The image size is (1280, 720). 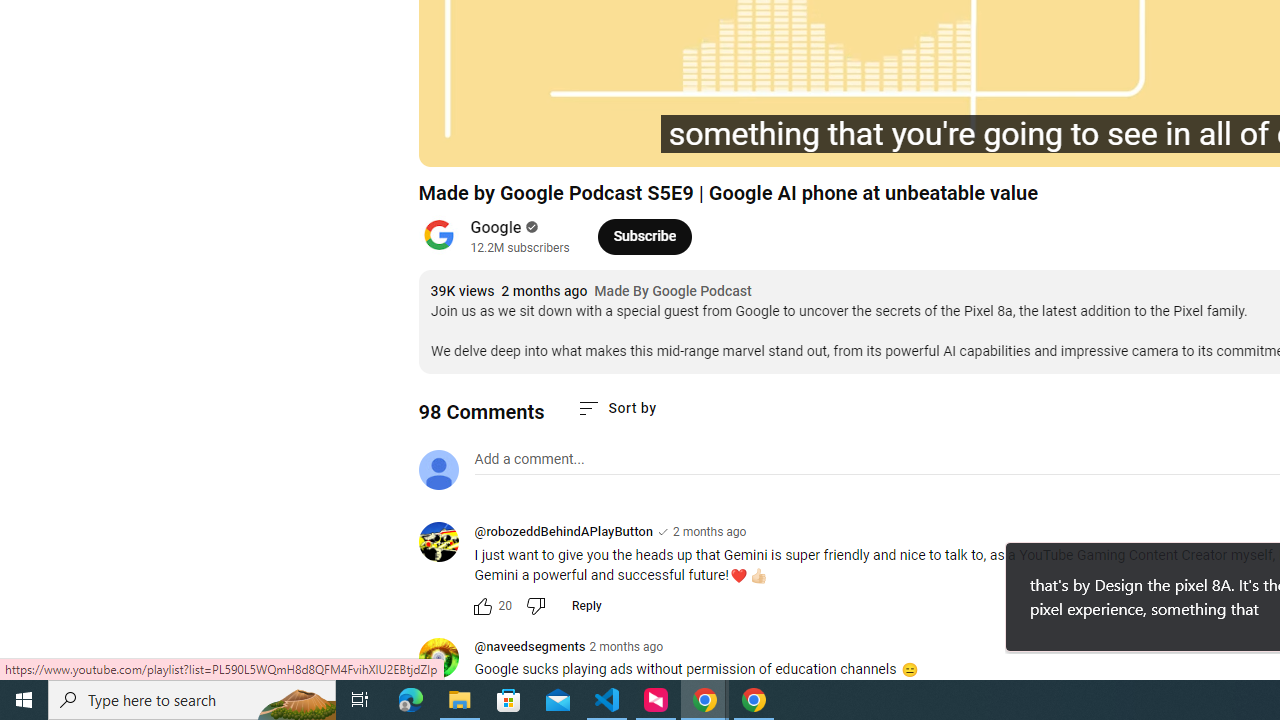 I want to click on 'Made By Google Podcast', so click(x=673, y=291).